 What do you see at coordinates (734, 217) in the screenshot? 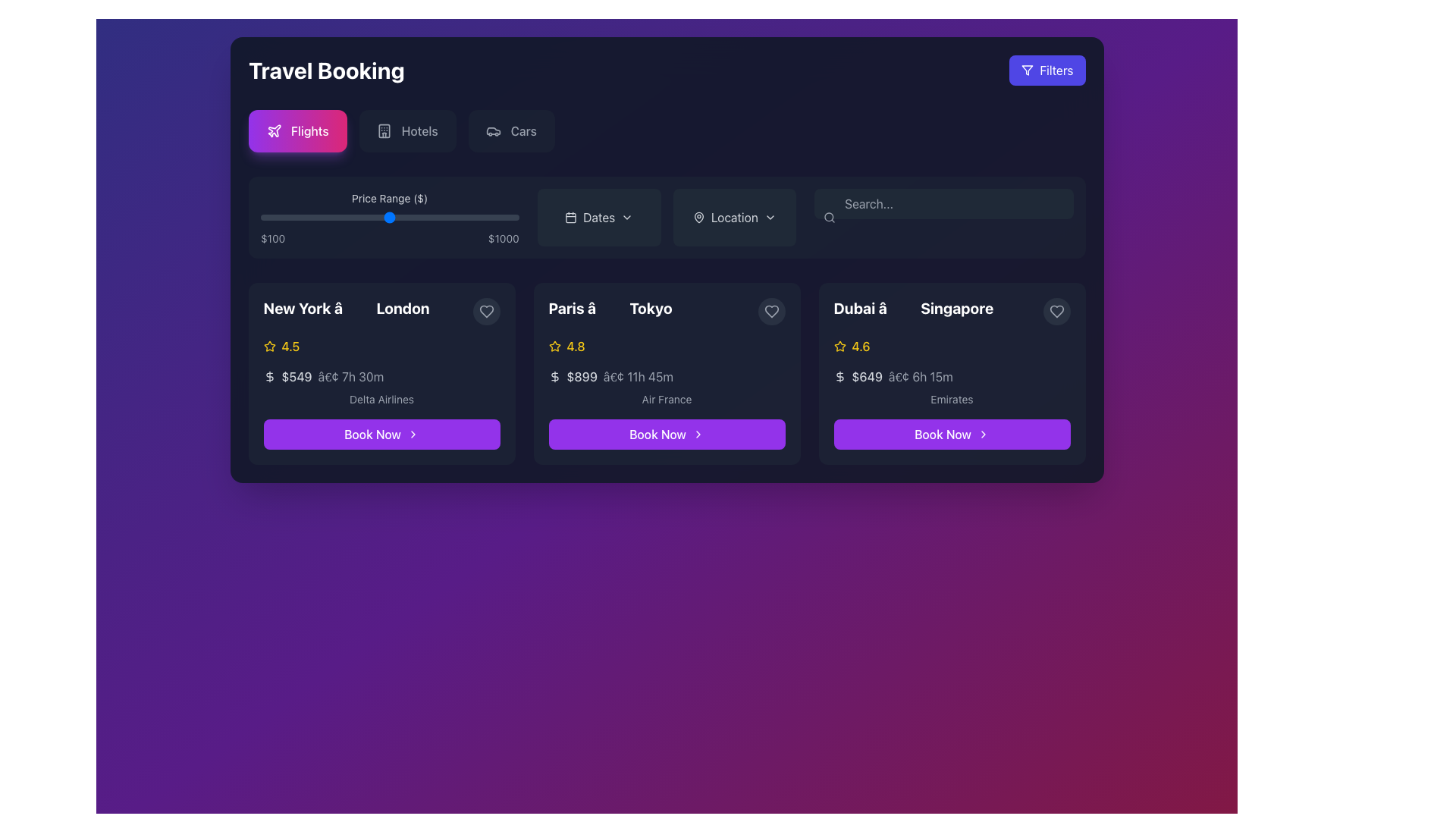
I see `the dropdown menu button used for selecting or modifying the location, which is the second button from the left in a horizontal layout next to the 'Dates' button` at bounding box center [734, 217].